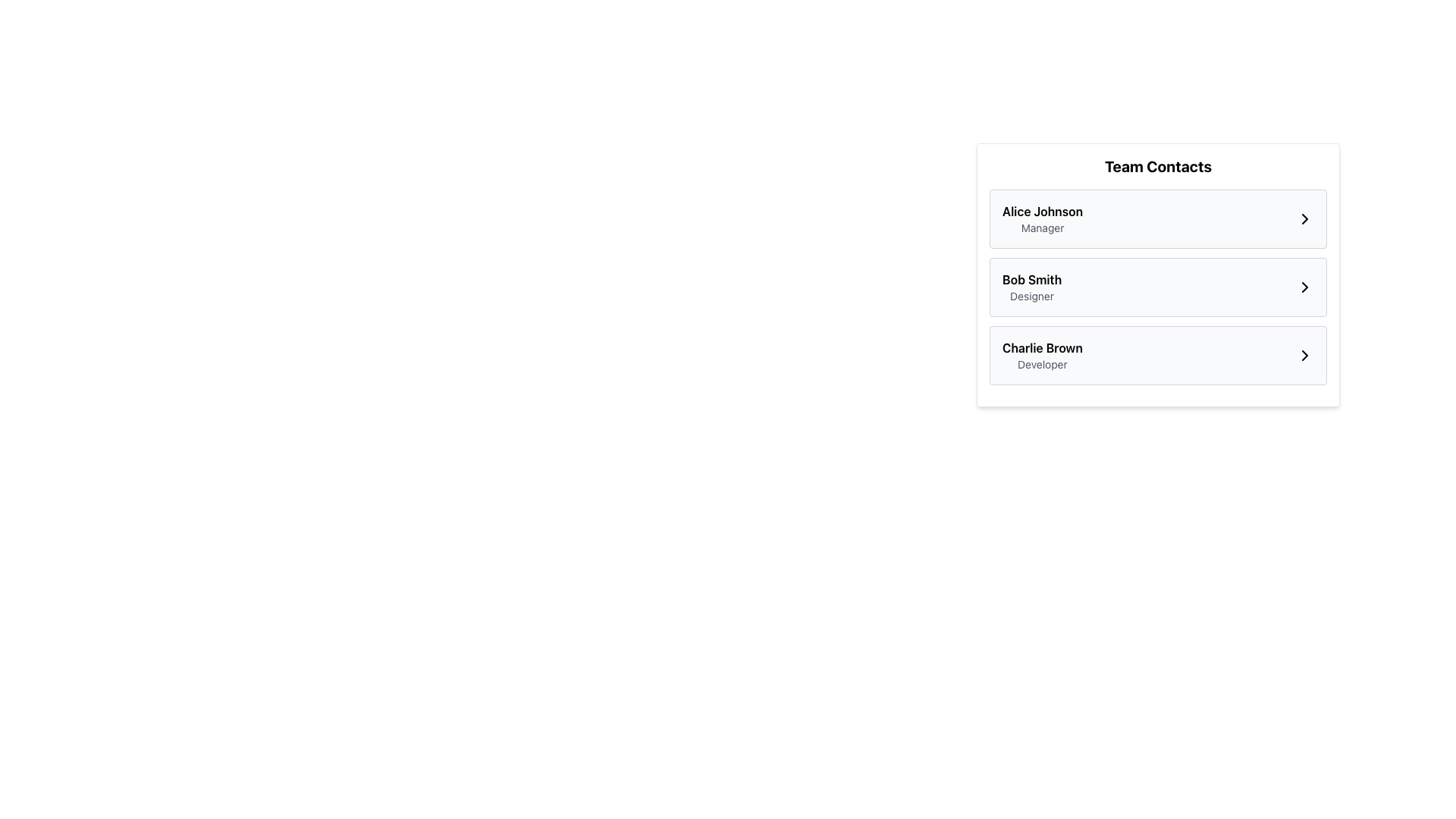  What do you see at coordinates (1031, 280) in the screenshot?
I see `the text label displaying 'Bob Smith', which is styled in bold font and located in the center of a contact card, above the 'Designer' label` at bounding box center [1031, 280].